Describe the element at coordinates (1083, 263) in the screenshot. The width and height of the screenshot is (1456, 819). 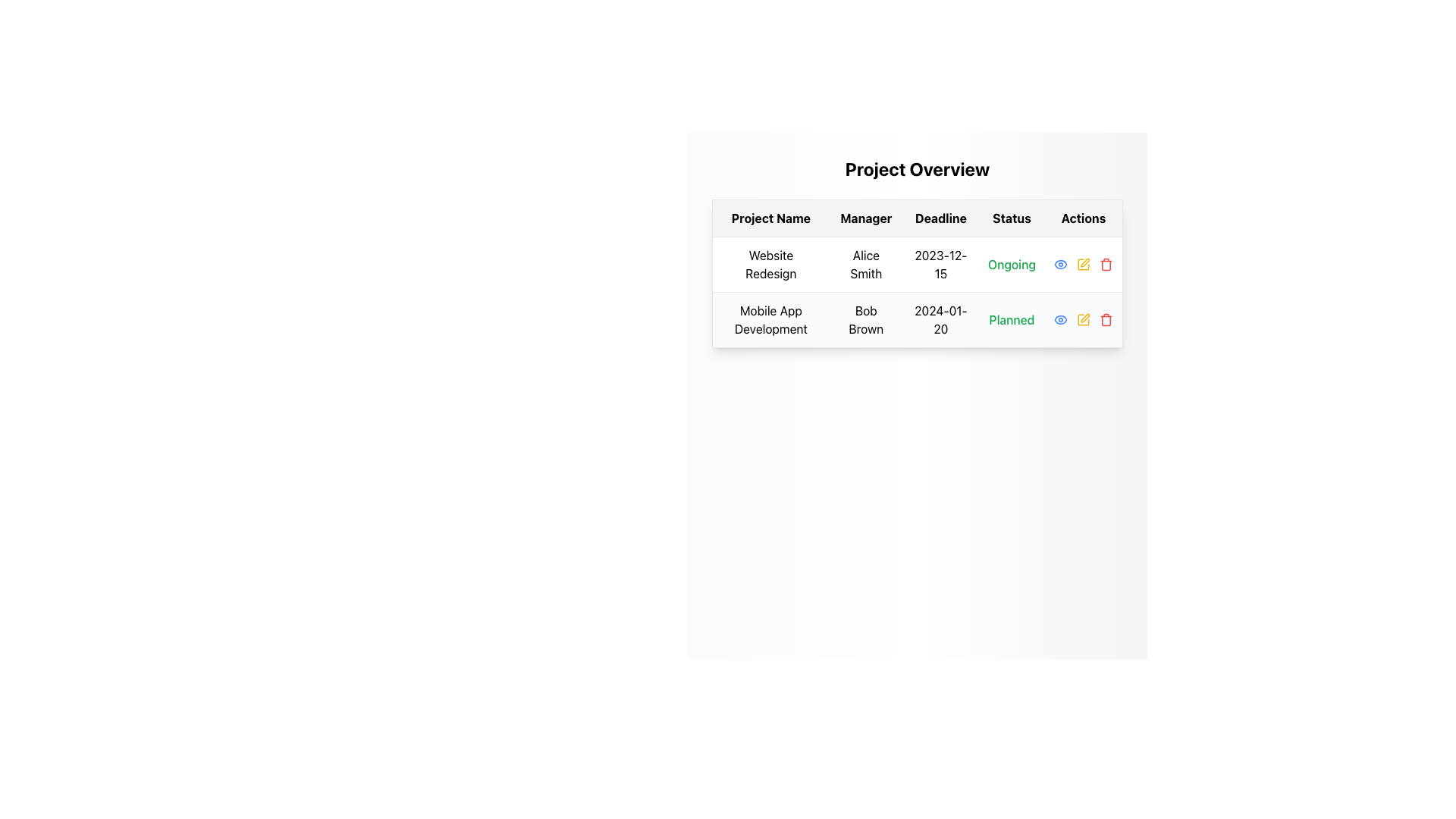
I see `the small yellow pen icon in the 'Actions' column for the project 'Website Redesign'` at that location.